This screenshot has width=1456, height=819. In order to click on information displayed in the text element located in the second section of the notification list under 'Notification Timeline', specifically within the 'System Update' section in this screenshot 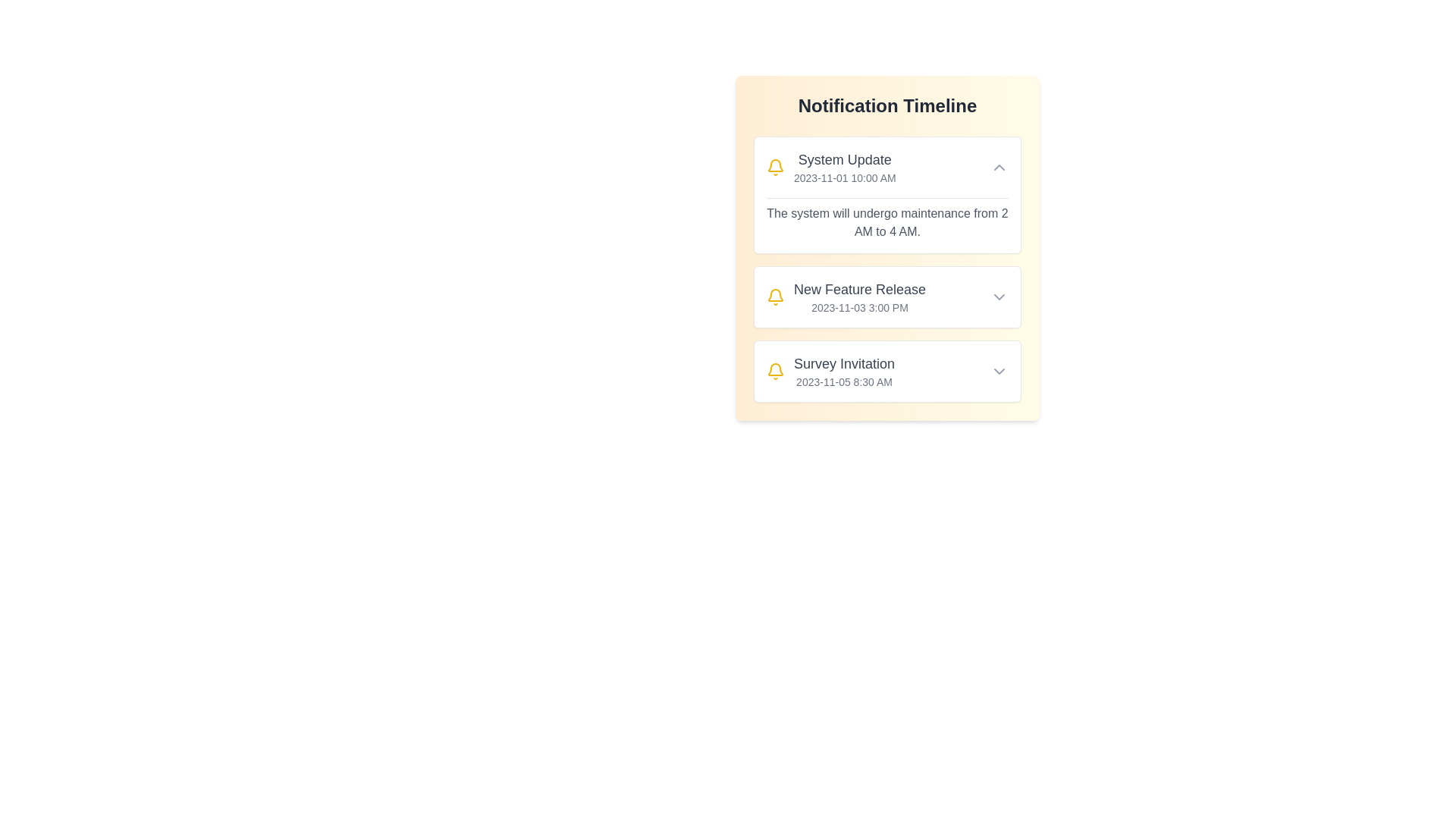, I will do `click(887, 222)`.